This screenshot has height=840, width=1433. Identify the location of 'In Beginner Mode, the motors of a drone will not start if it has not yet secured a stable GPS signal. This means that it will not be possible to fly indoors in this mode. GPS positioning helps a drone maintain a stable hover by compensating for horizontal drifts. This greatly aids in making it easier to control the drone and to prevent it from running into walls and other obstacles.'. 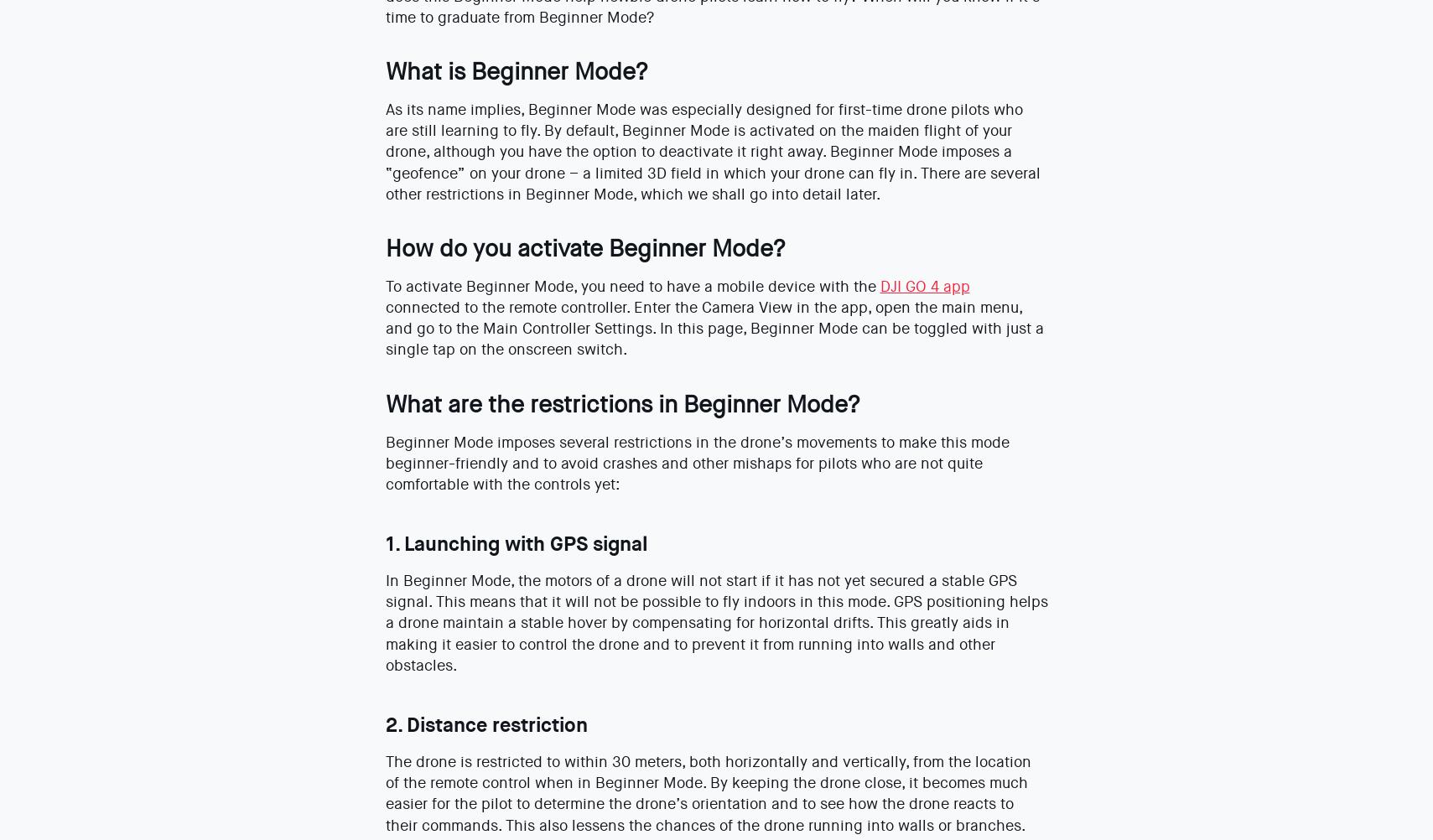
(384, 622).